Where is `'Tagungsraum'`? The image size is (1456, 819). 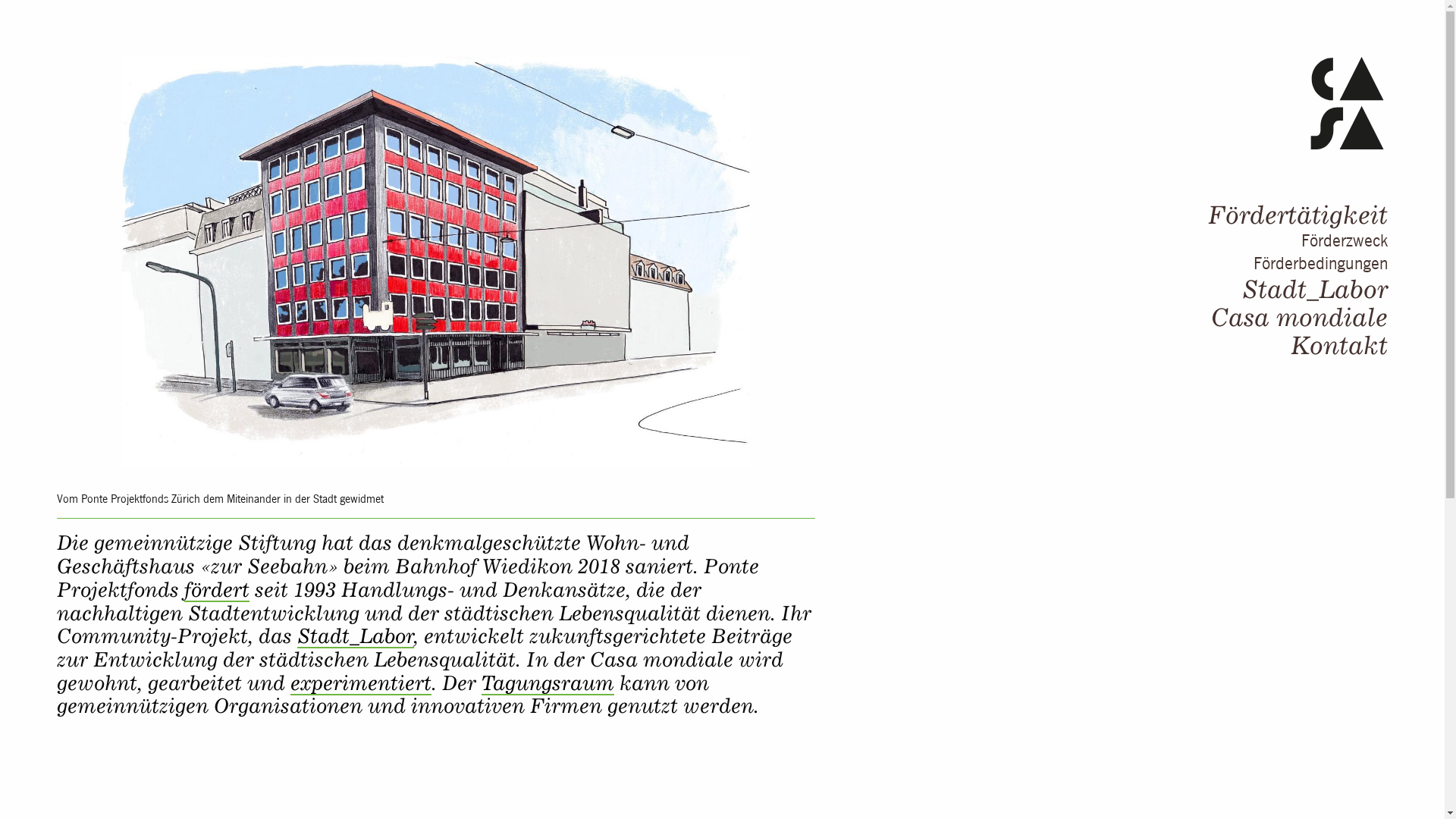 'Tagungsraum' is located at coordinates (547, 683).